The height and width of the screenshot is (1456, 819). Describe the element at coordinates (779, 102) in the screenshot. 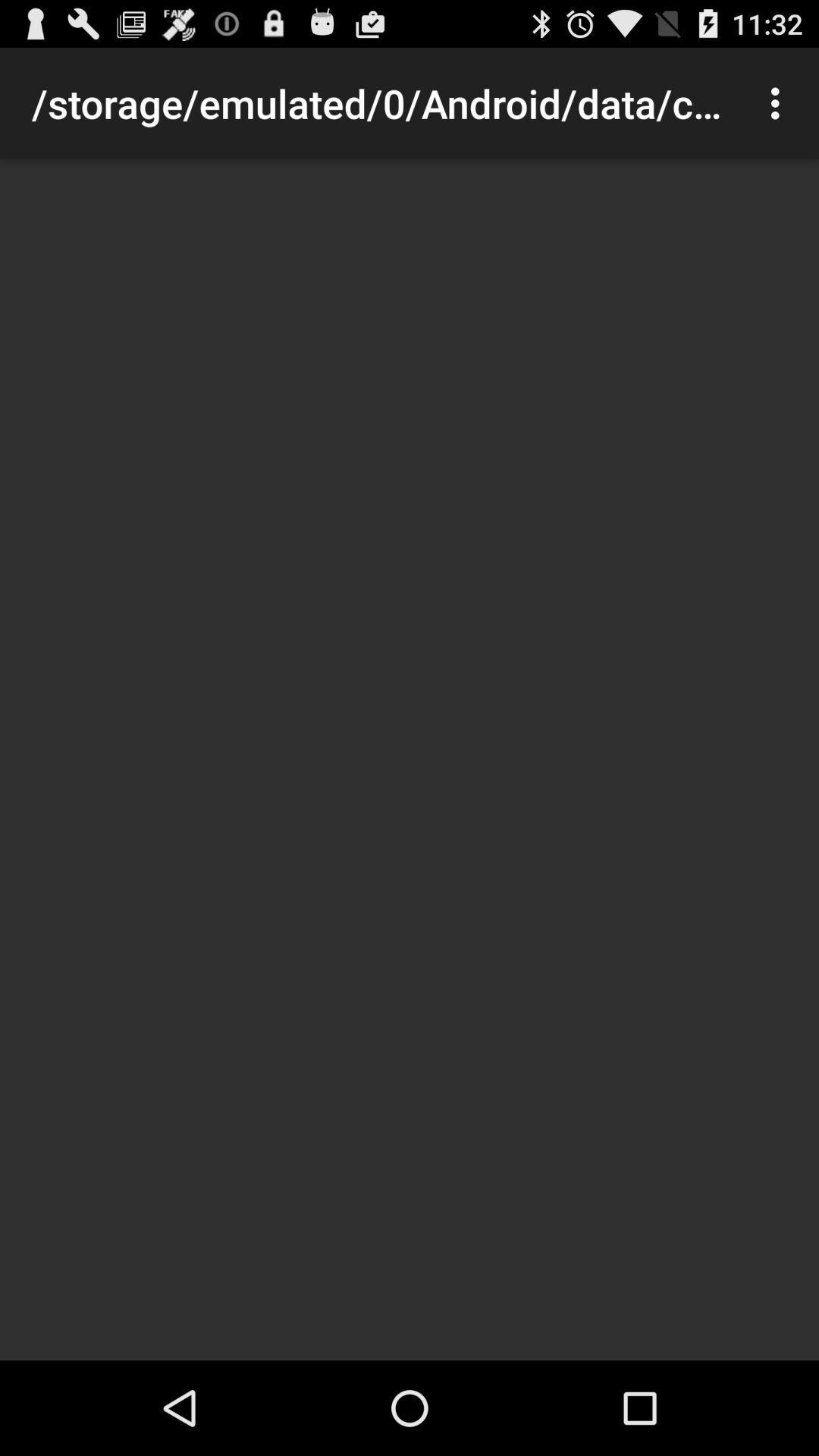

I see `item to the right of the storage emulated 0` at that location.